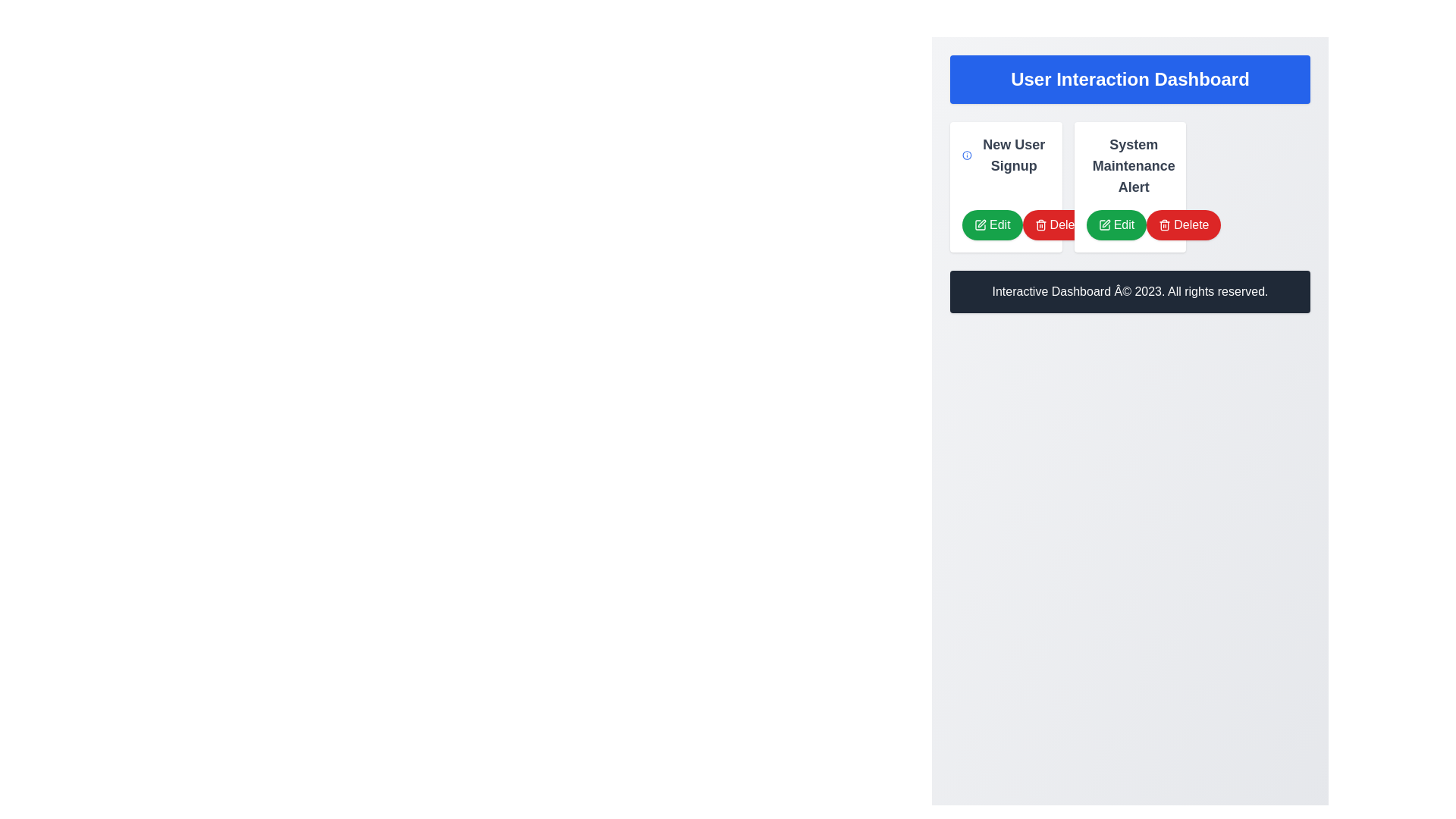 This screenshot has width=1456, height=819. What do you see at coordinates (1130, 292) in the screenshot?
I see `the Footer component which contains centered text reading 'Interactive Dashboard Â© 2023. All rights reserved.'` at bounding box center [1130, 292].